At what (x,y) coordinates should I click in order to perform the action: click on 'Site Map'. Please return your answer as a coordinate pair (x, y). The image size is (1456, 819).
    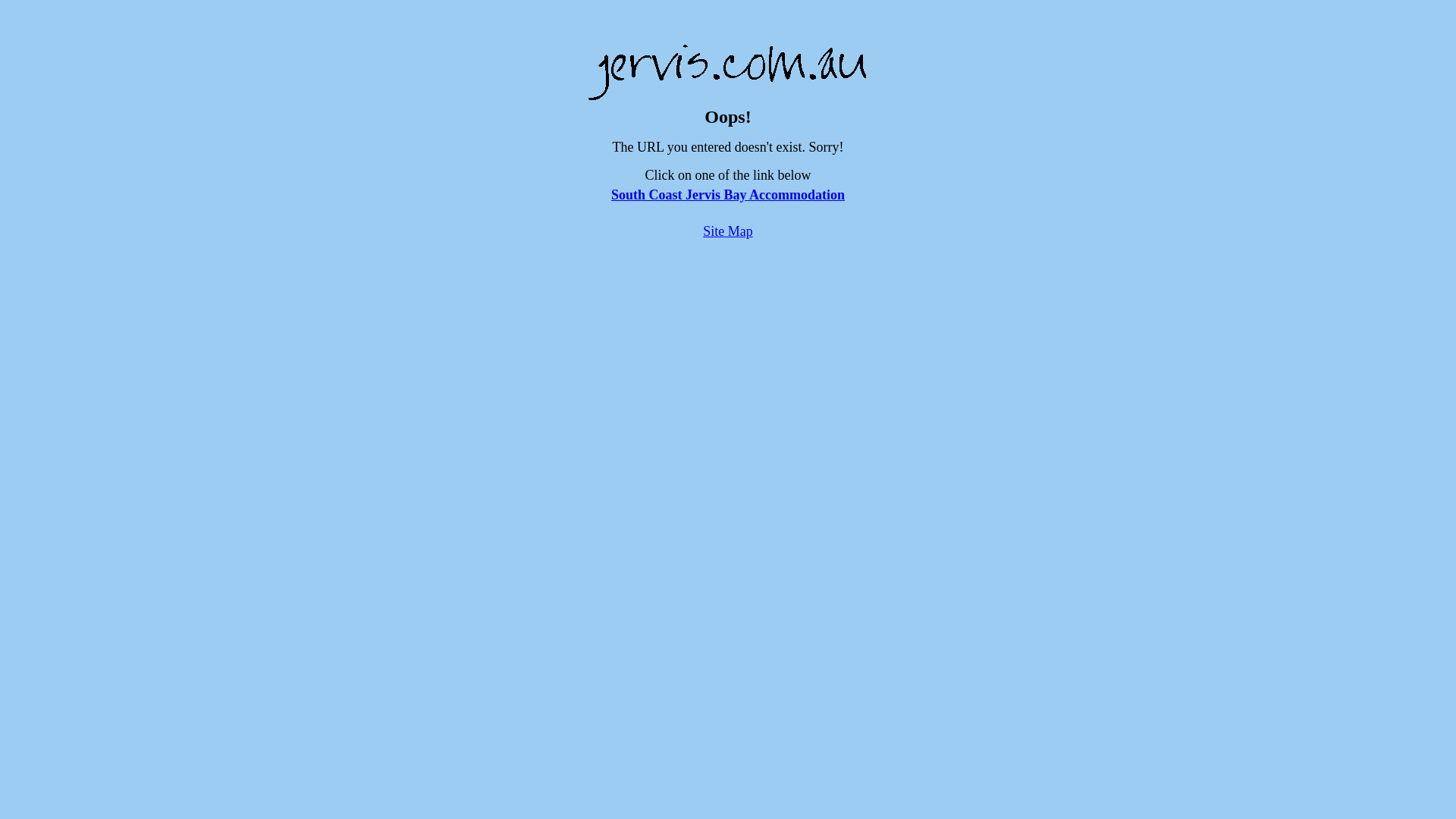
    Looking at the image, I should click on (728, 231).